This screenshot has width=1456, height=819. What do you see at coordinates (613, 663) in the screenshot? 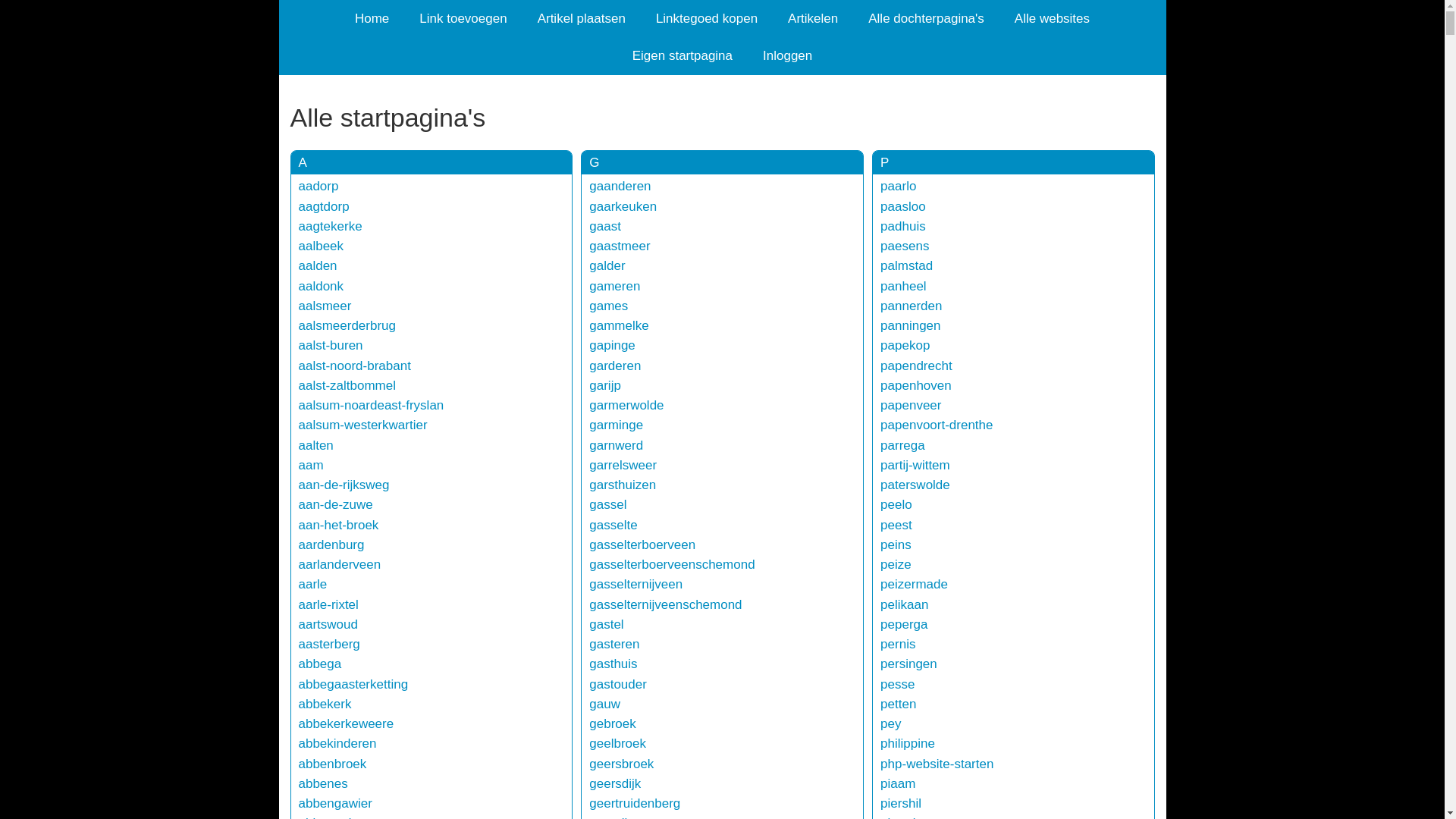
I see `'gasthuis'` at bounding box center [613, 663].